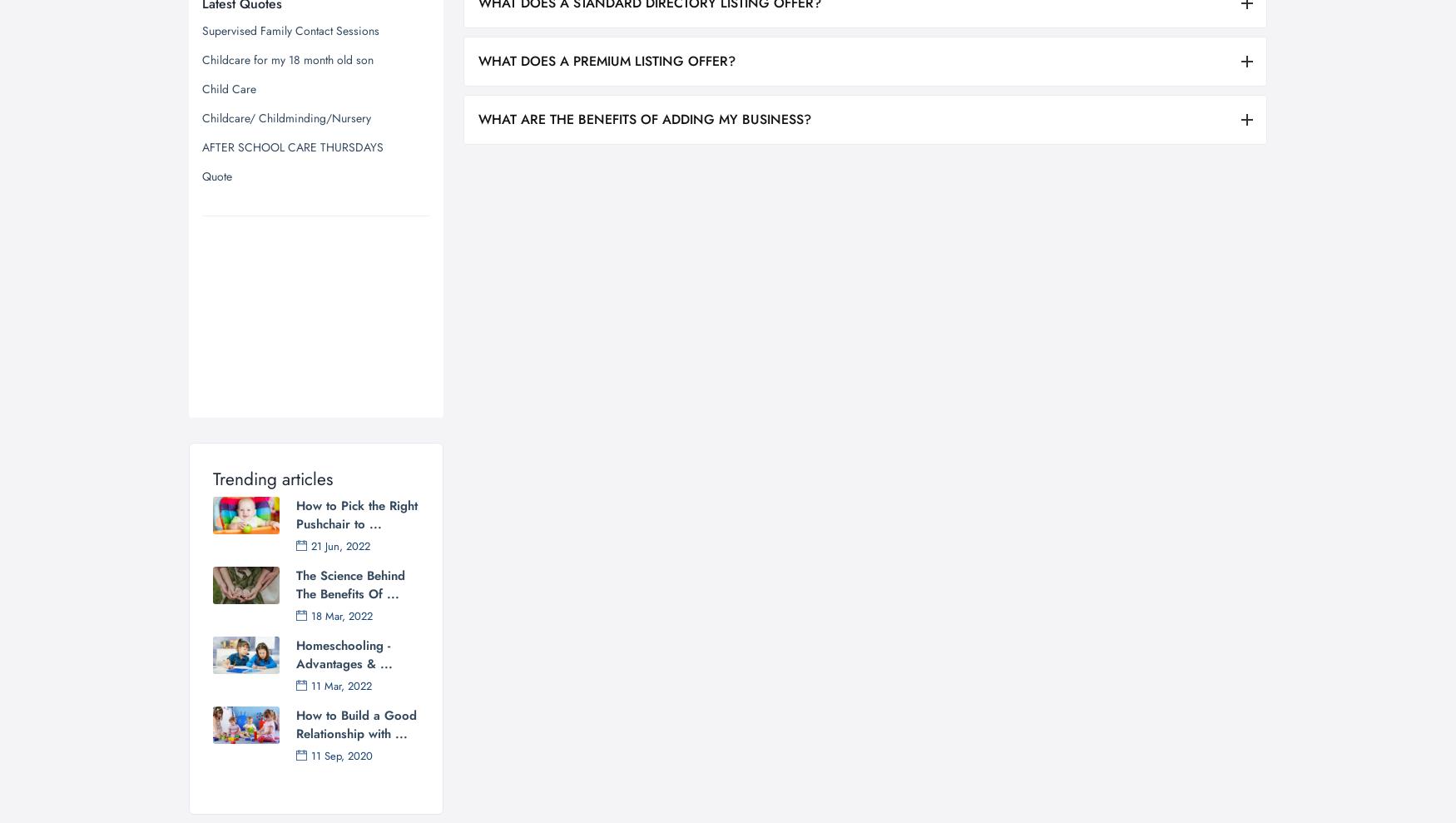 This screenshot has height=823, width=1456. I want to click on 'Cookies Settings', so click(961, 731).